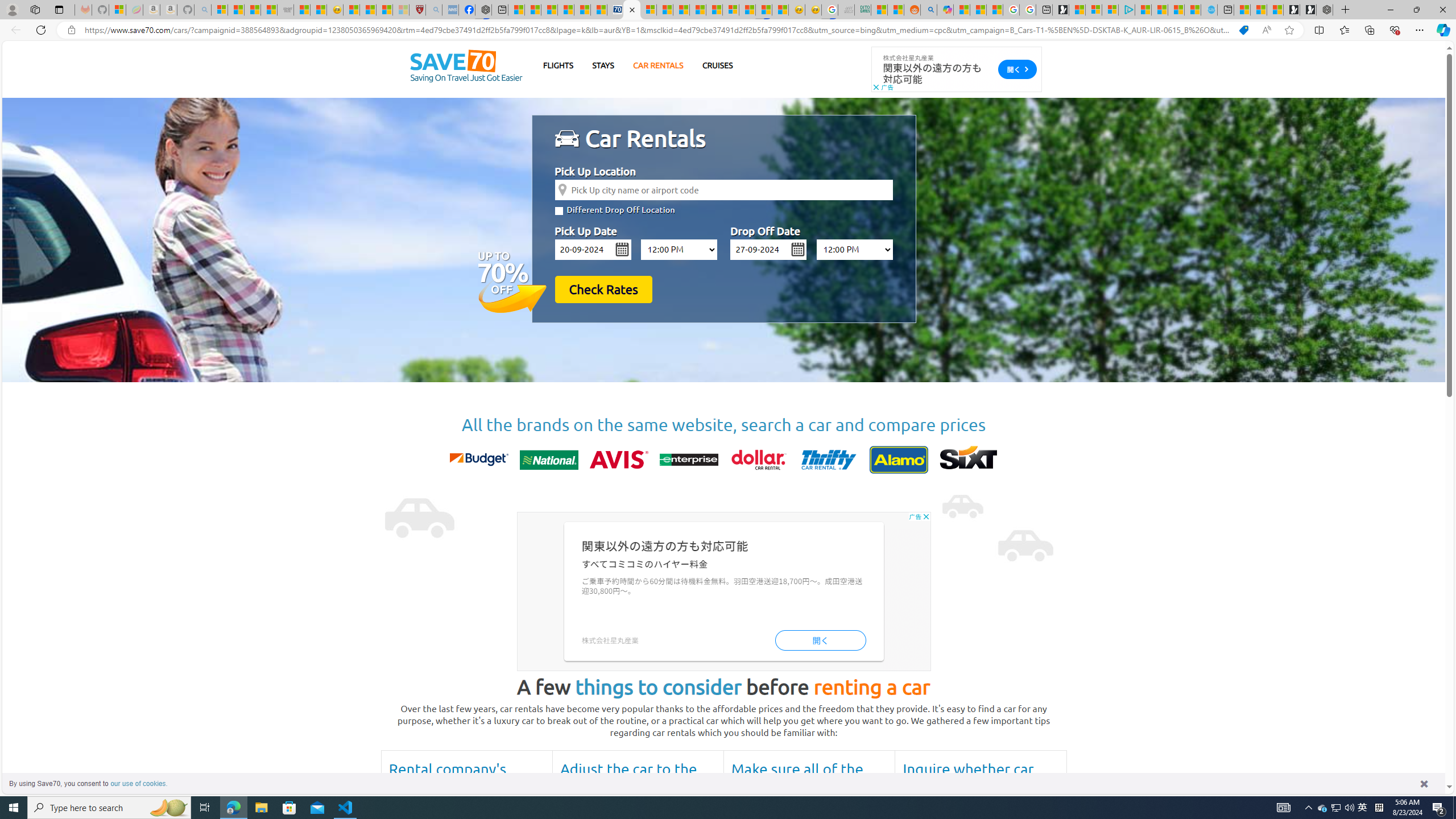  Describe the element at coordinates (925, 516) in the screenshot. I see `'AutomationID: cbb'` at that location.